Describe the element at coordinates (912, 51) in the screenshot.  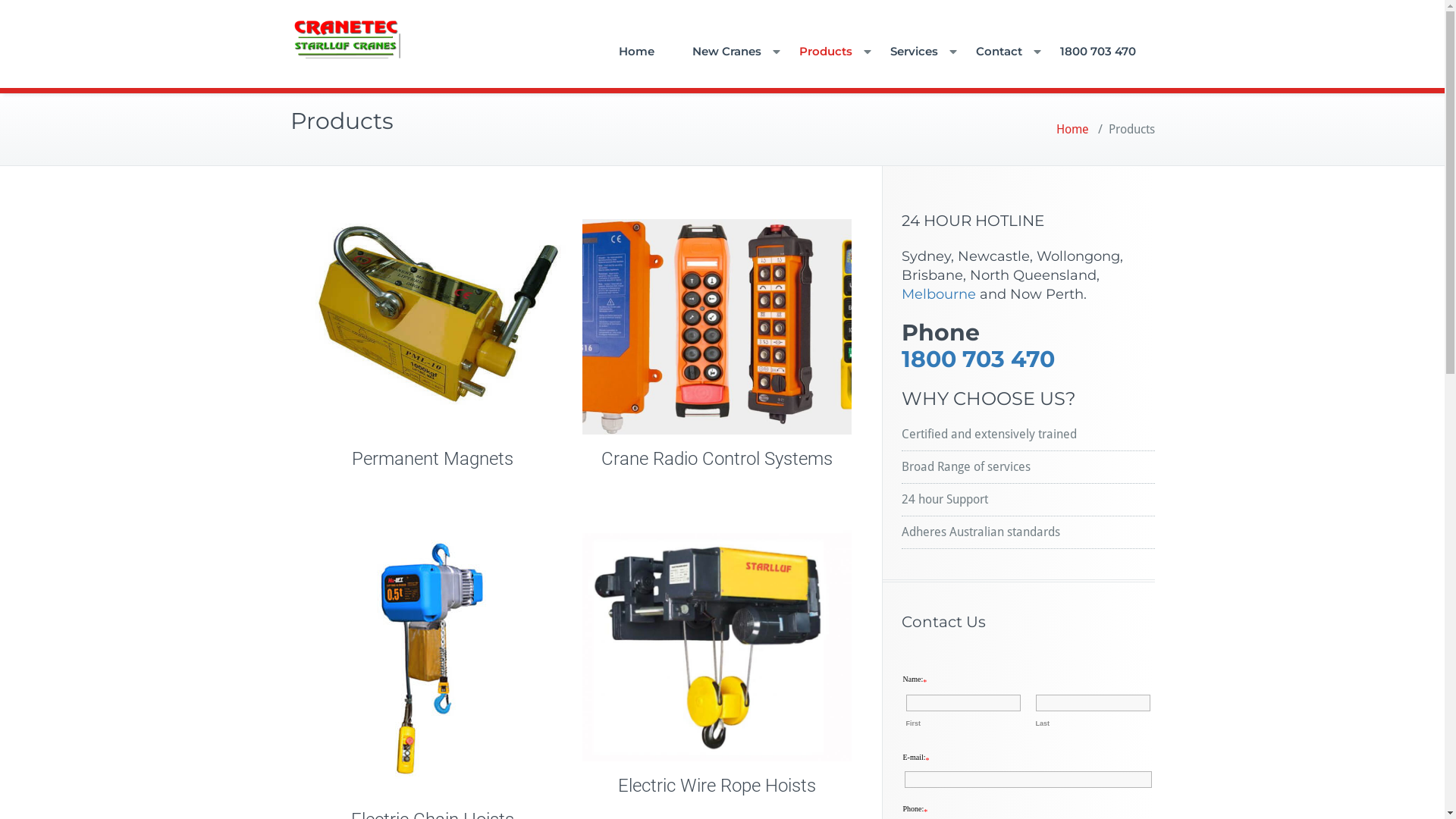
I see `'Services'` at that location.